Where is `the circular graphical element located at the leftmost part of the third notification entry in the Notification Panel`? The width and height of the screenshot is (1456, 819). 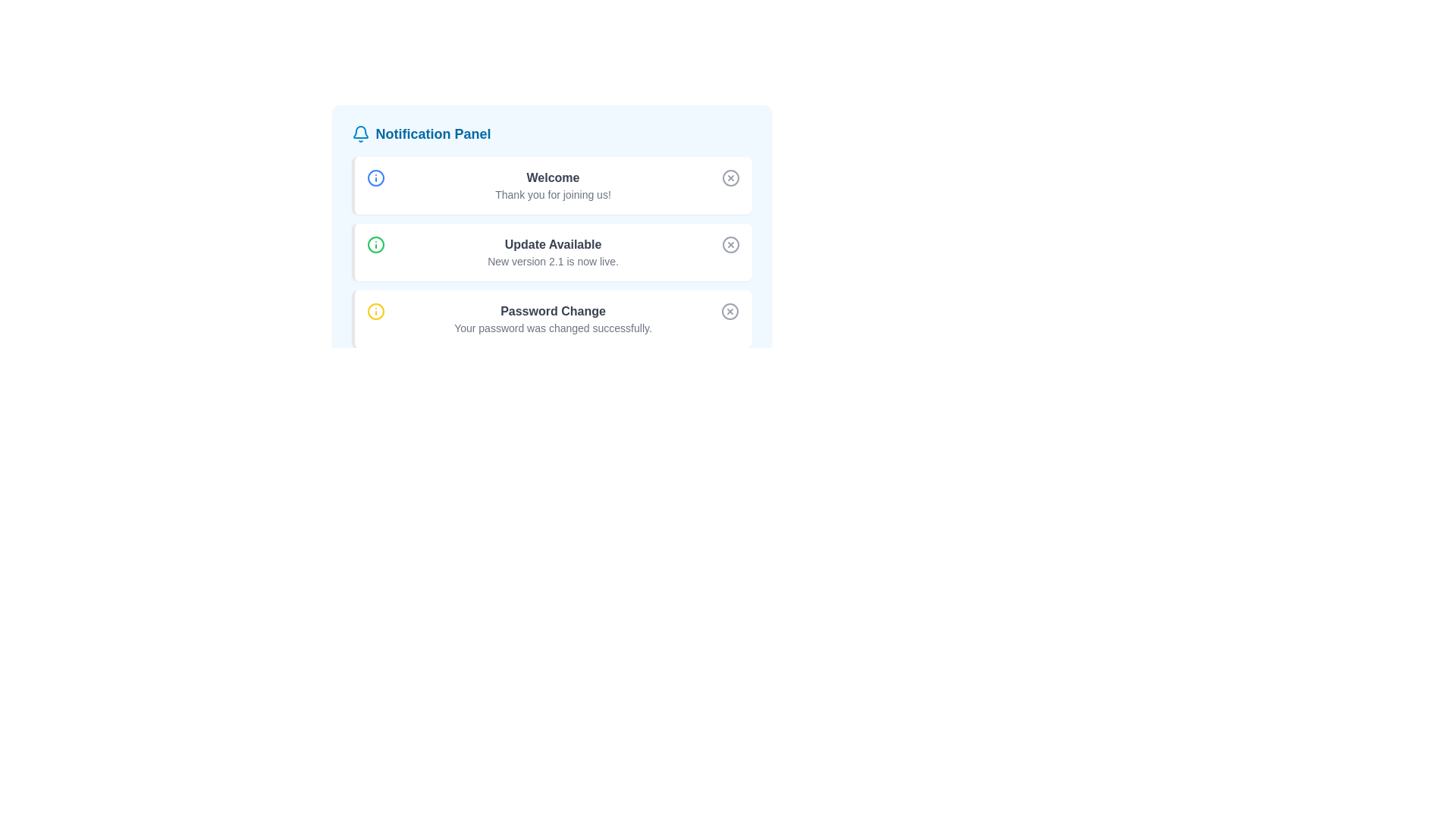 the circular graphical element located at the leftmost part of the third notification entry in the Notification Panel is located at coordinates (375, 311).